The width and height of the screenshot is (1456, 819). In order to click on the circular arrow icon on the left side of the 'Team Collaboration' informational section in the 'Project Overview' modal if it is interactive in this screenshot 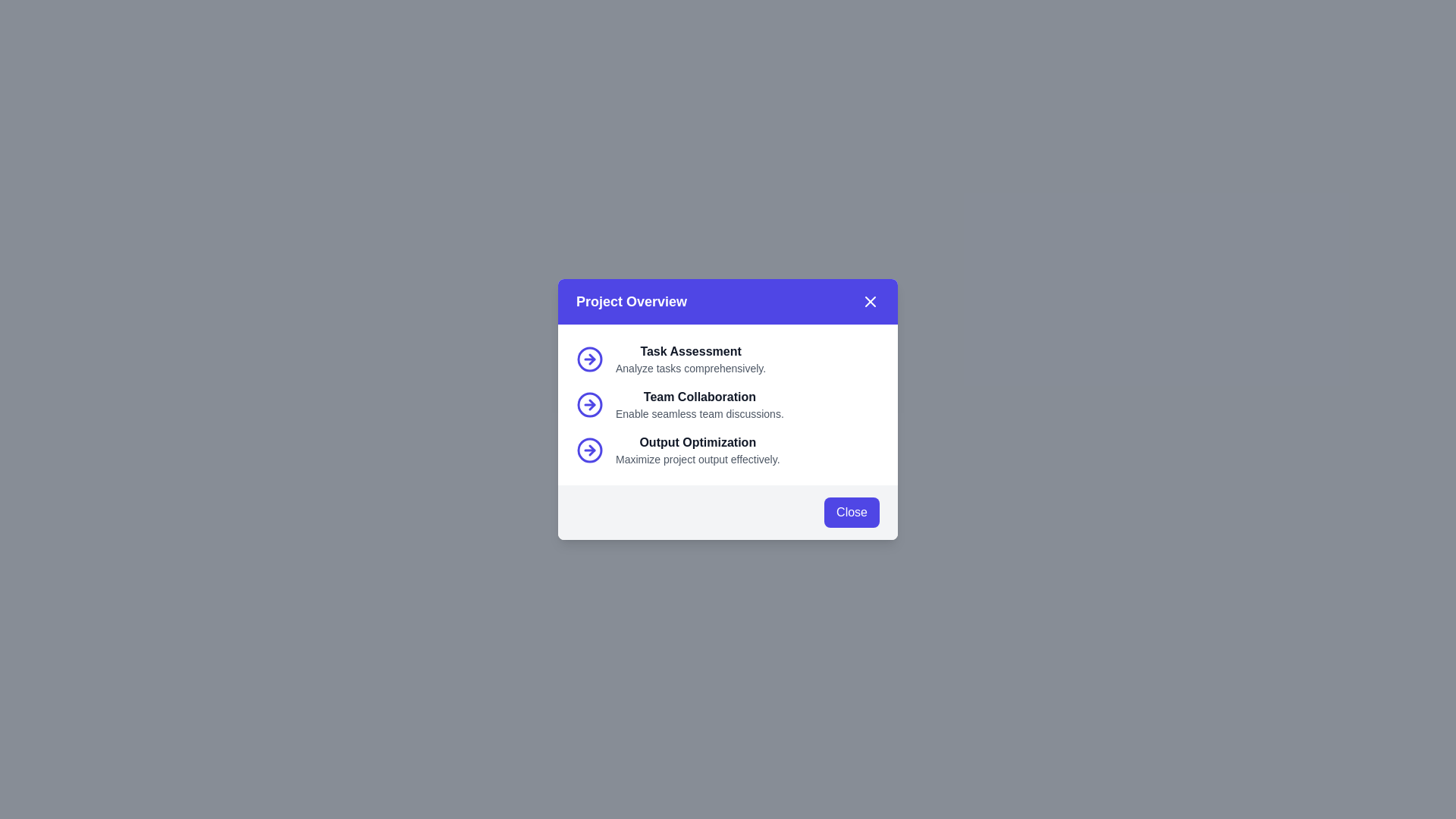, I will do `click(728, 403)`.